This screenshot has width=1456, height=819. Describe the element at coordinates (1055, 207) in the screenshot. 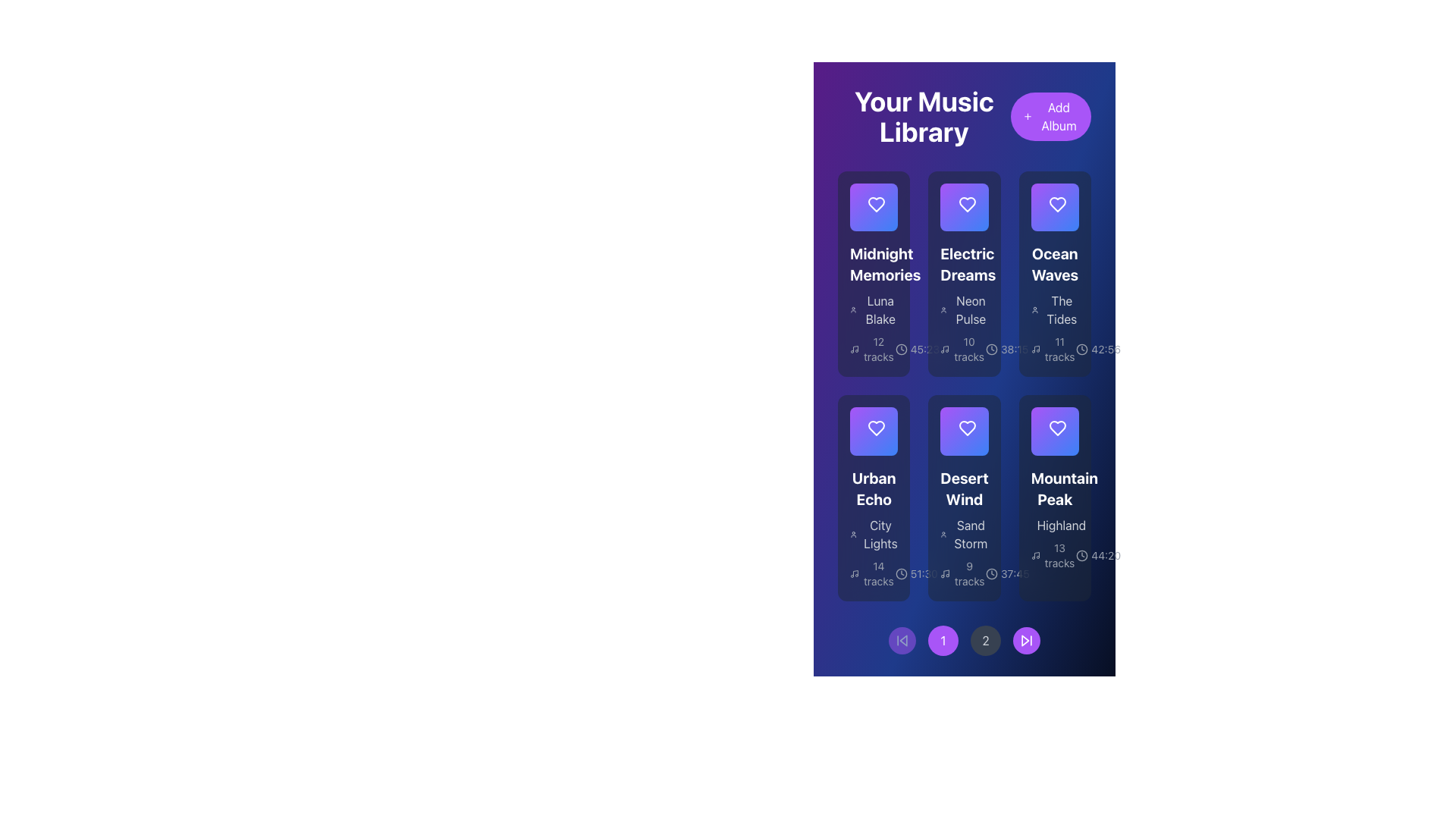

I see `the triangular play icon located within the play button SVG of the 'Ocean Waves' card in the 'Your Music Library' section` at that location.